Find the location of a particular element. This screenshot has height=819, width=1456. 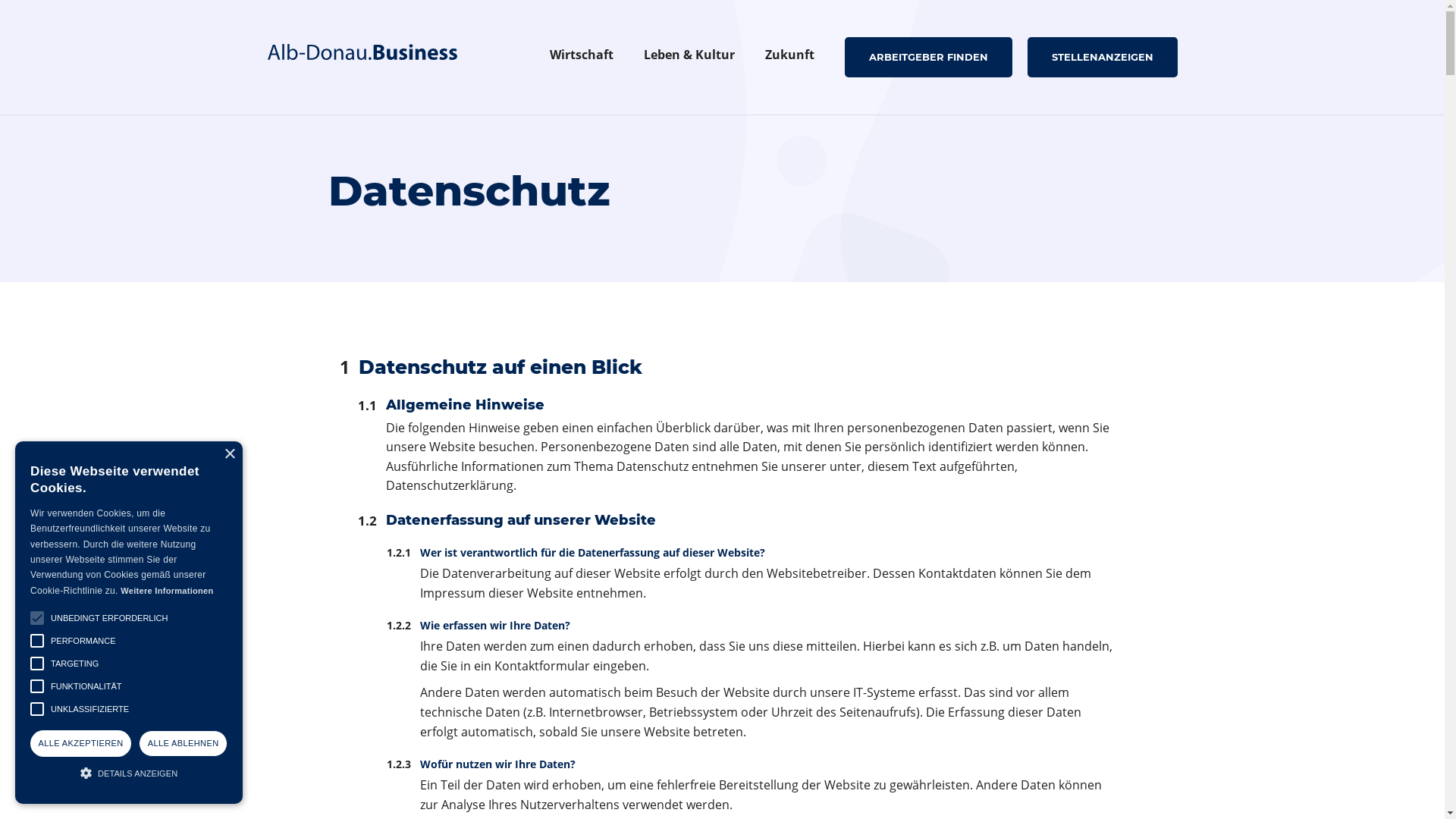

'Weitere Informationen' is located at coordinates (119, 590).